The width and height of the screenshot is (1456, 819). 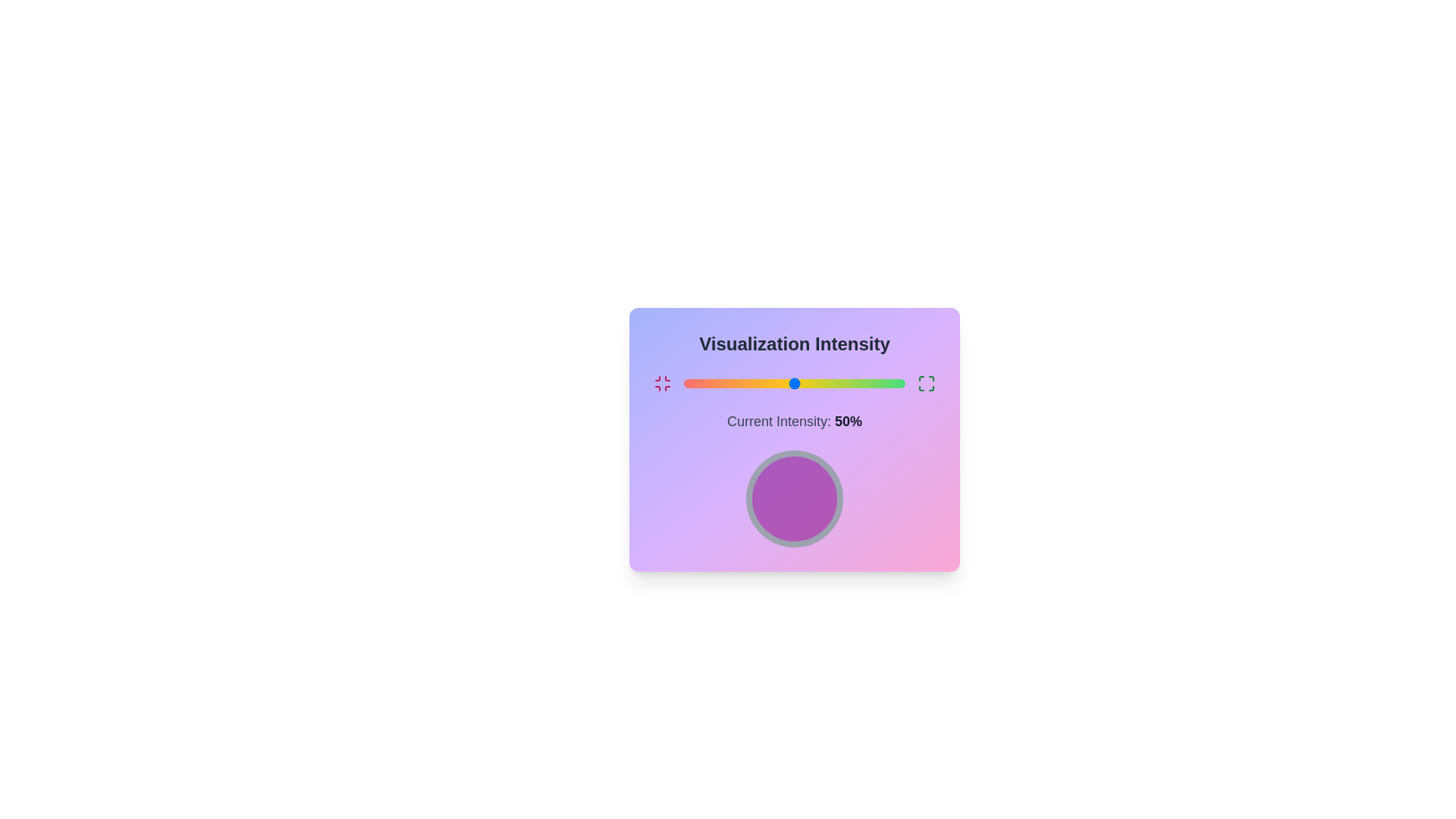 I want to click on the slider to set the intensity to 80%, so click(x=861, y=382).